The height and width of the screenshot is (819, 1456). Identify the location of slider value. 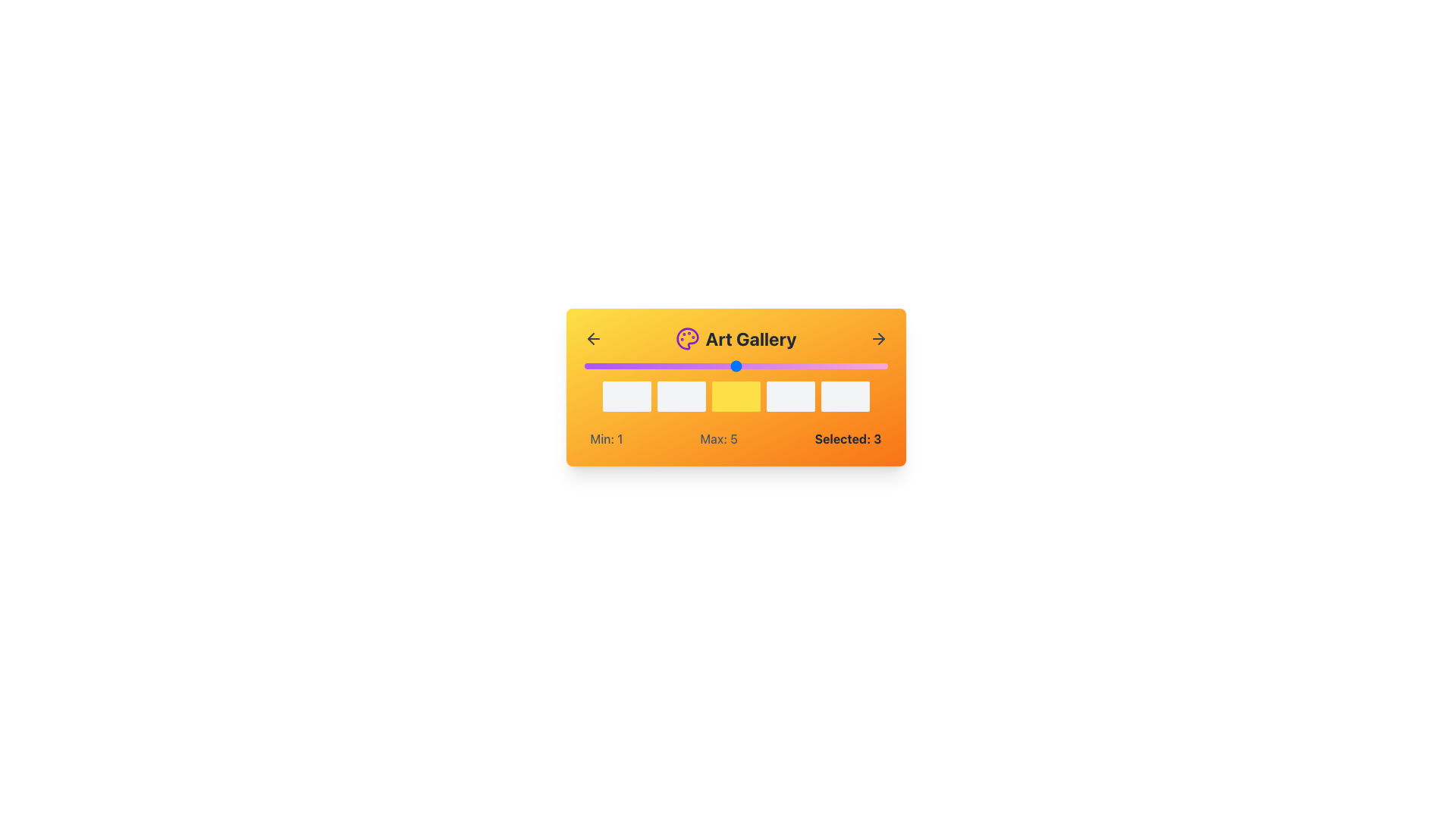
(811, 366).